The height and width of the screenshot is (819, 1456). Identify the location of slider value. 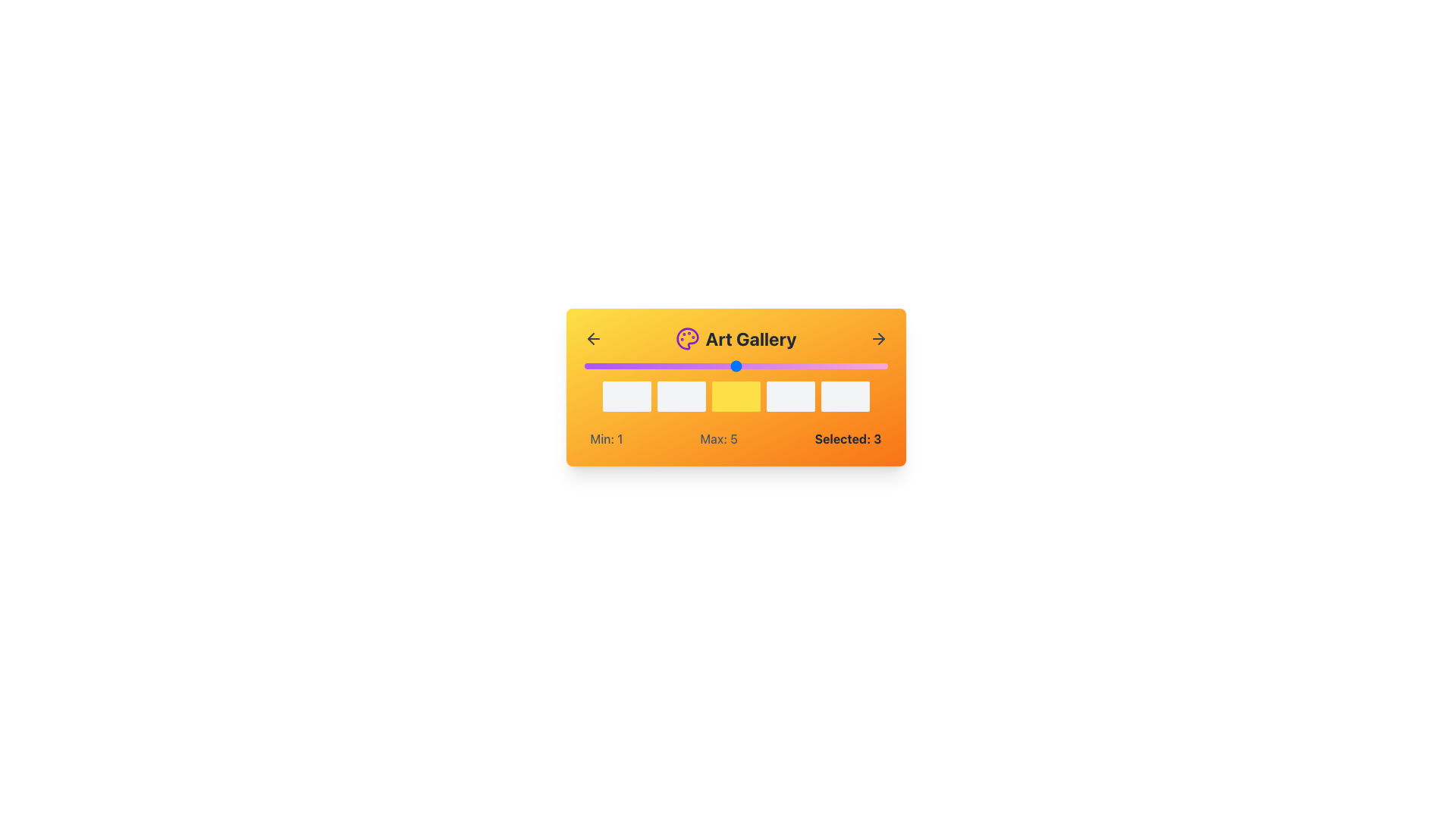
(811, 366).